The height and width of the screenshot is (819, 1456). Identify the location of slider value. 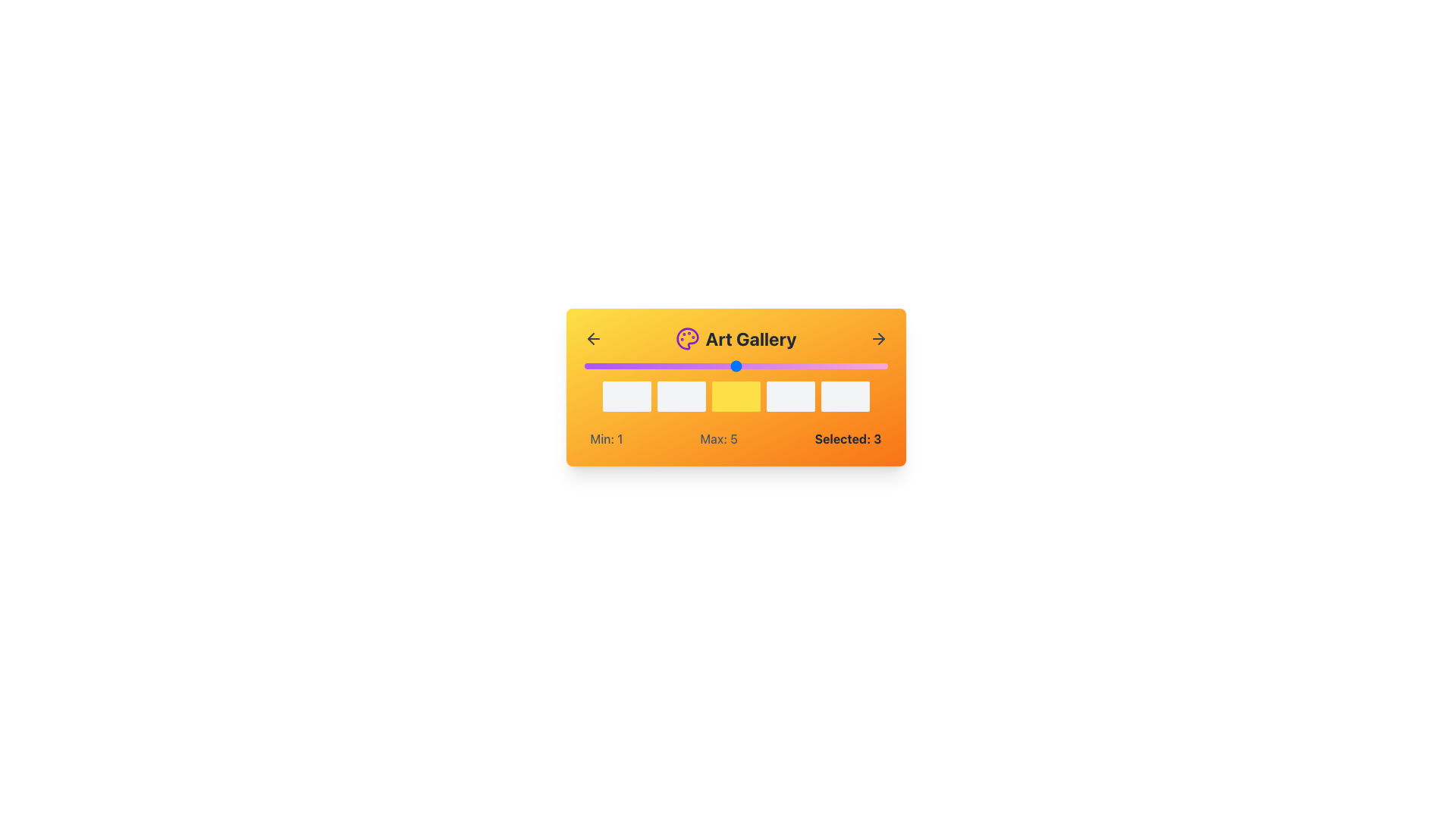
(811, 366).